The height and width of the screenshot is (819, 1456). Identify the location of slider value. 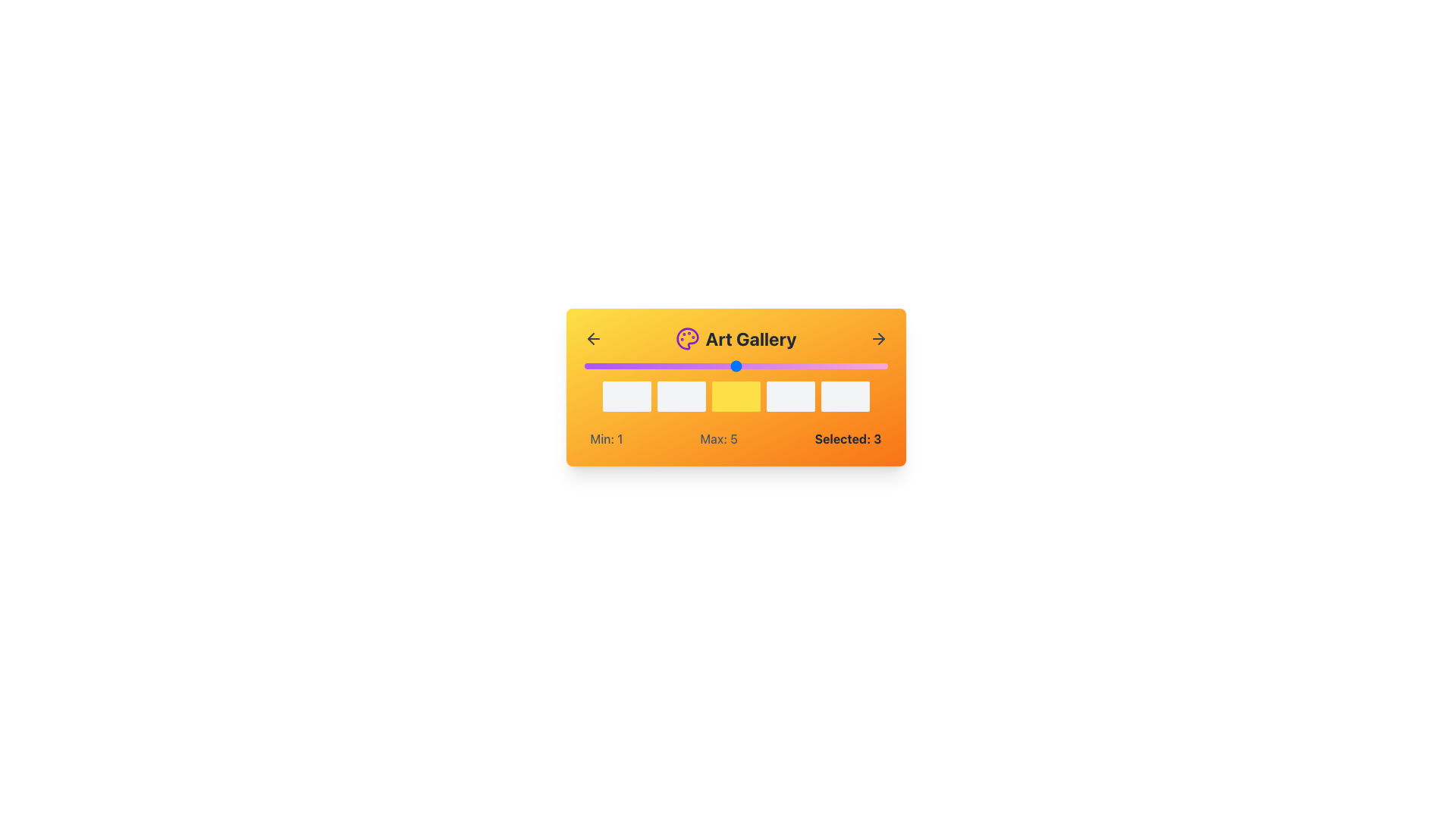
(811, 366).